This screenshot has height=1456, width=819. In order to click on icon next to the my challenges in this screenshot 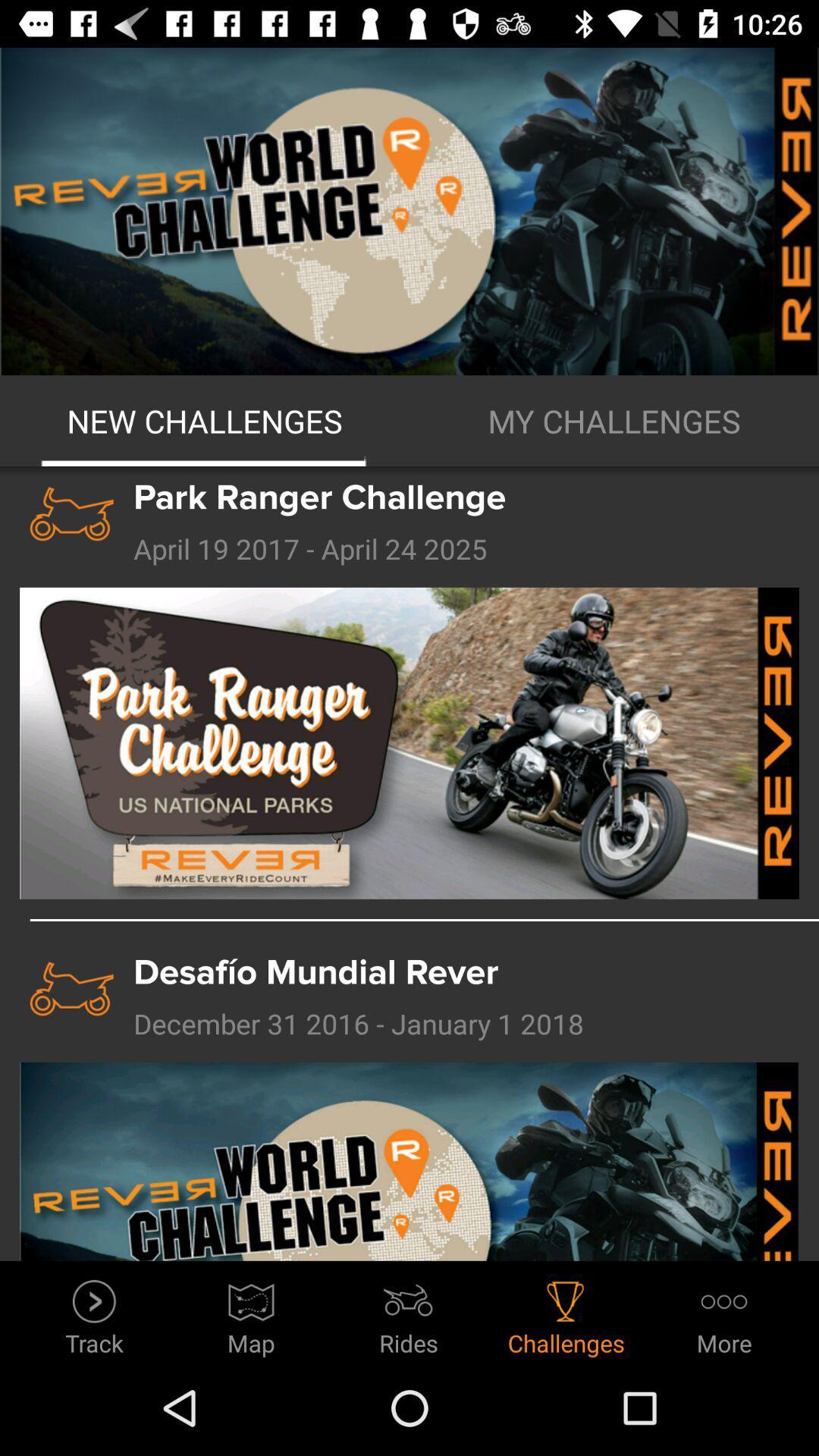, I will do `click(205, 421)`.